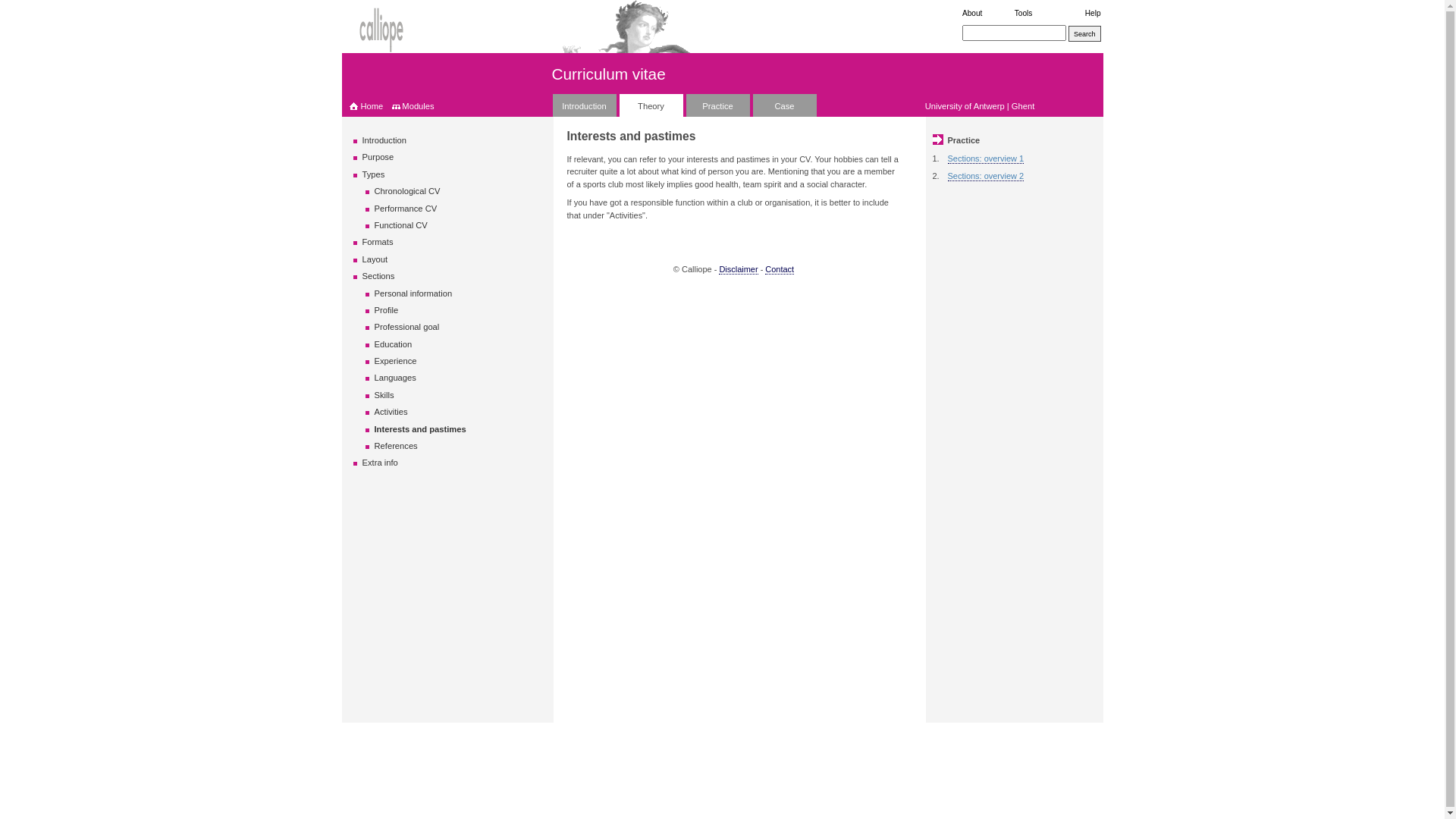 The image size is (1456, 819). Describe the element at coordinates (375, 376) in the screenshot. I see `'Languages'` at that location.